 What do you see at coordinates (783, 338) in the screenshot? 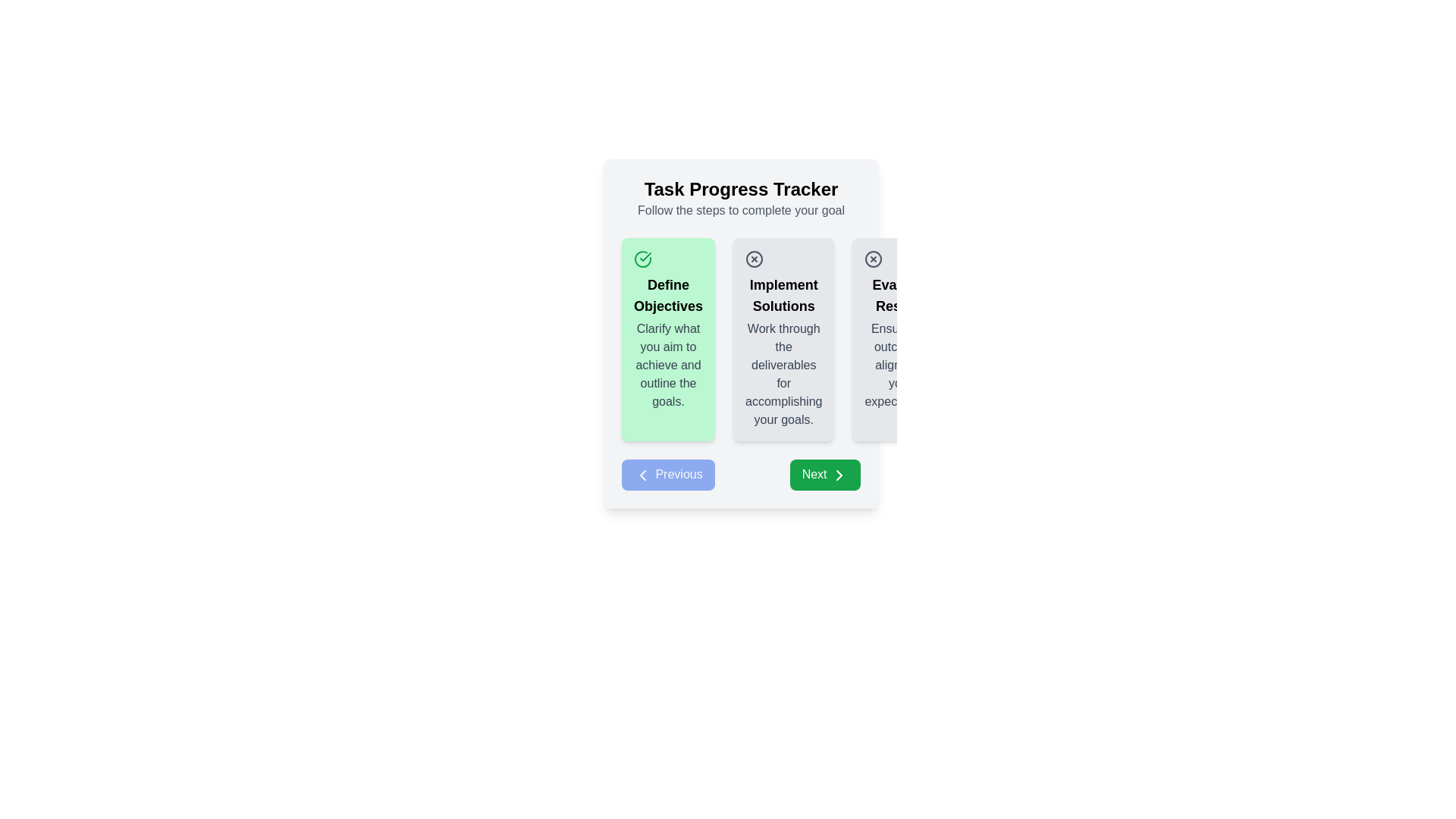
I see `the informational card that provides guidance on the 'Implement Solutions' stage, located in the middle of a horizontal sequence of three cards in the task progress tracker interface` at bounding box center [783, 338].